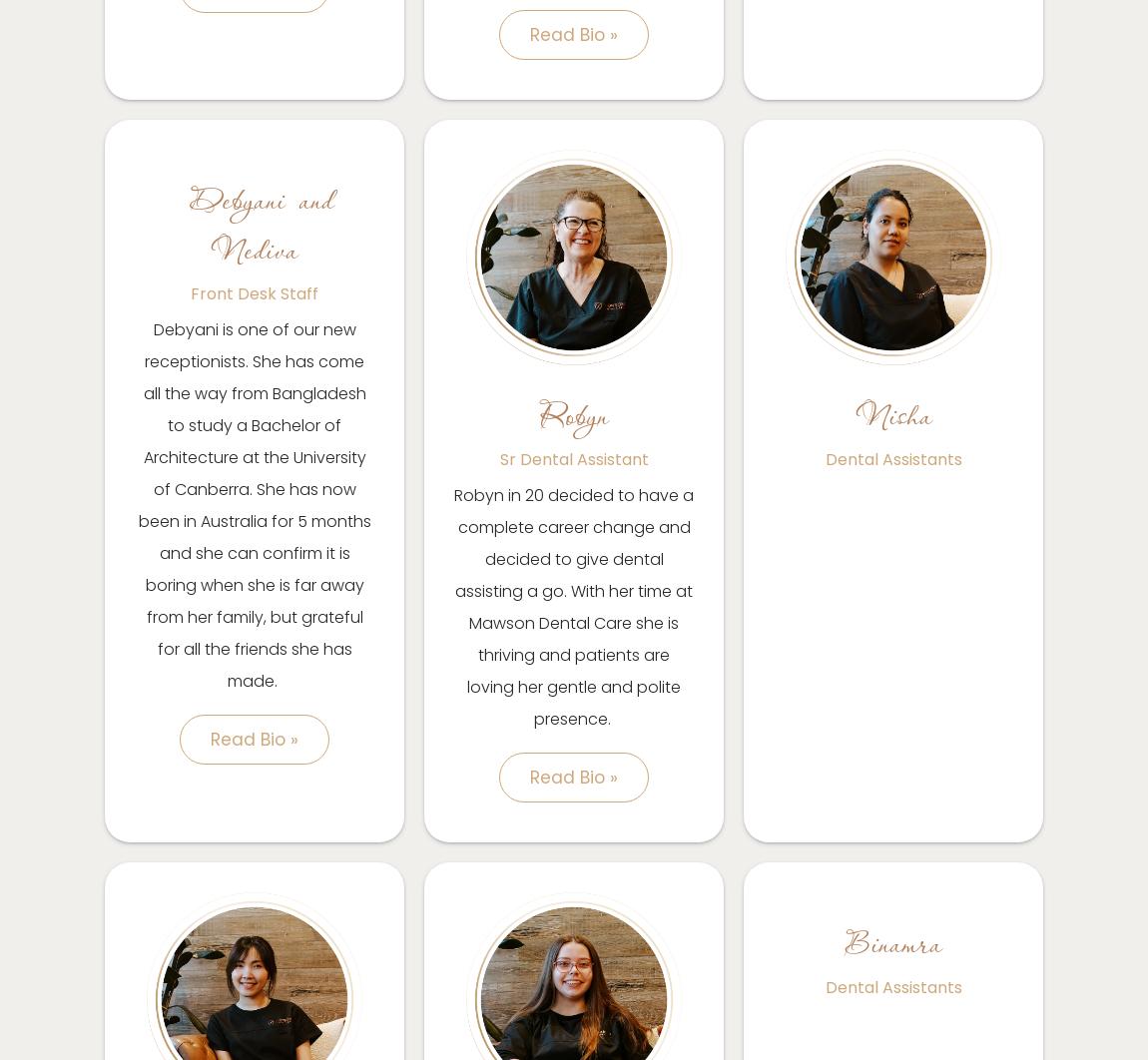  I want to click on 'Robyn in 20 decided to have a complete career change and decided to give dental assisting a go. With her time at Mawson Dental Care she is thriving and patients are loving her gentle and polite presence.', so click(574, 607).